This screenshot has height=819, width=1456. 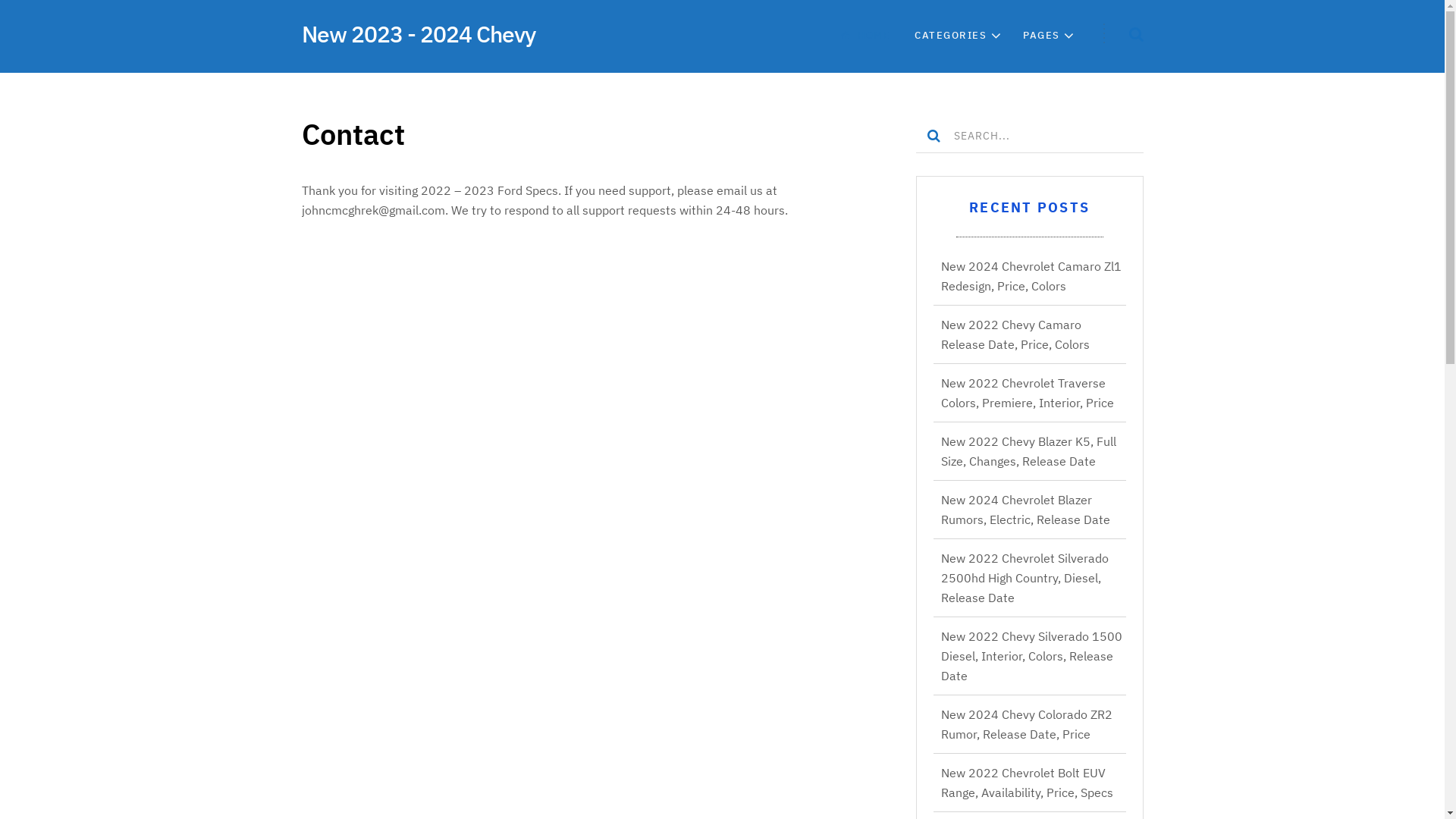 What do you see at coordinates (865, 34) in the screenshot?
I see `'HOME'` at bounding box center [865, 34].